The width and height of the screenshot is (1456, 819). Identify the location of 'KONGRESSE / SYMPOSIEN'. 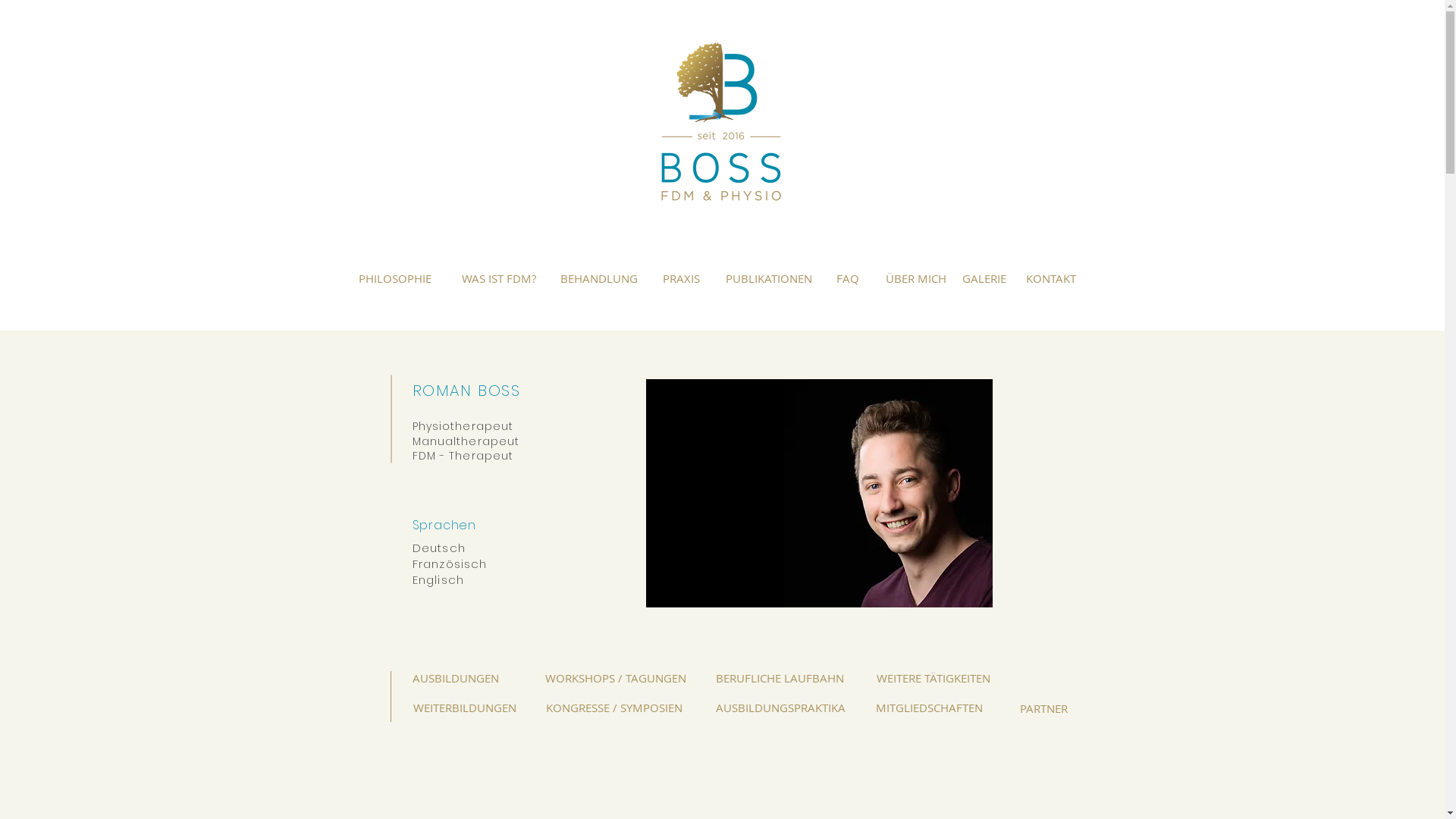
(544, 708).